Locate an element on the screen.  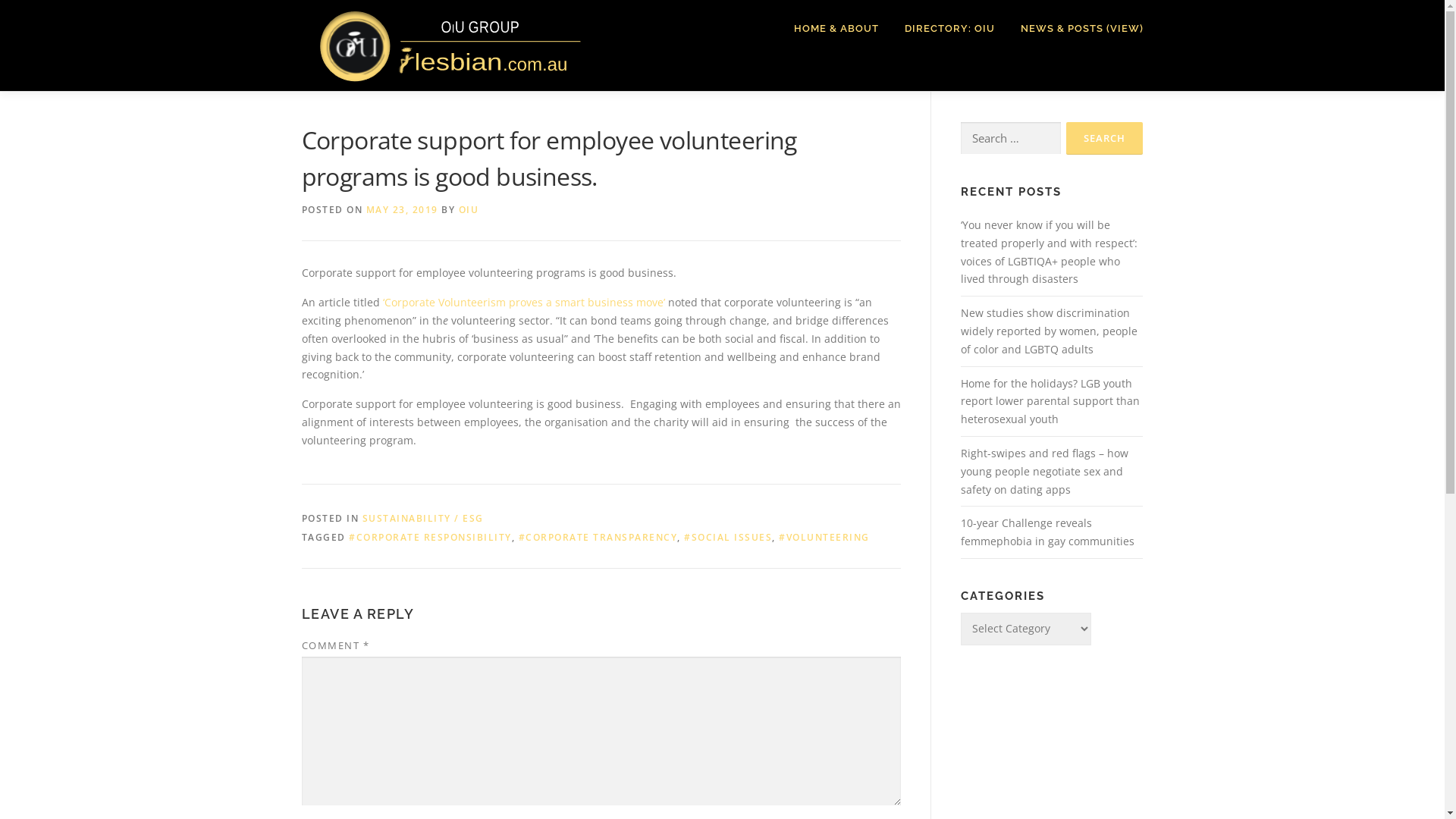
'10-year Challenge reveals femmephobia in gay communities' is located at coordinates (1046, 531).